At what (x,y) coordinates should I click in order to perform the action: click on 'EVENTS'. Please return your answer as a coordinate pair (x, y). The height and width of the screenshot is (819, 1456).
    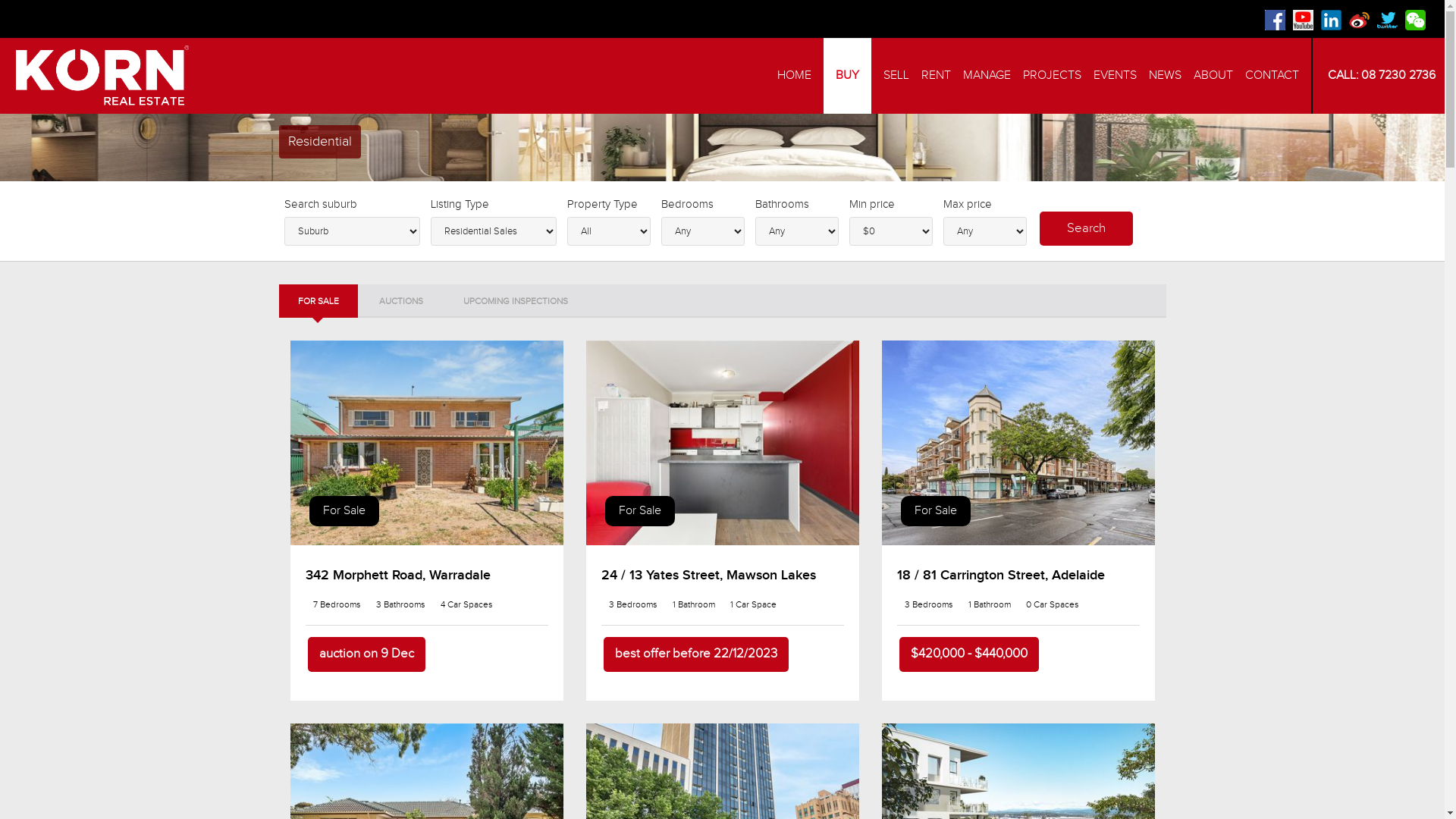
    Looking at the image, I should click on (1093, 76).